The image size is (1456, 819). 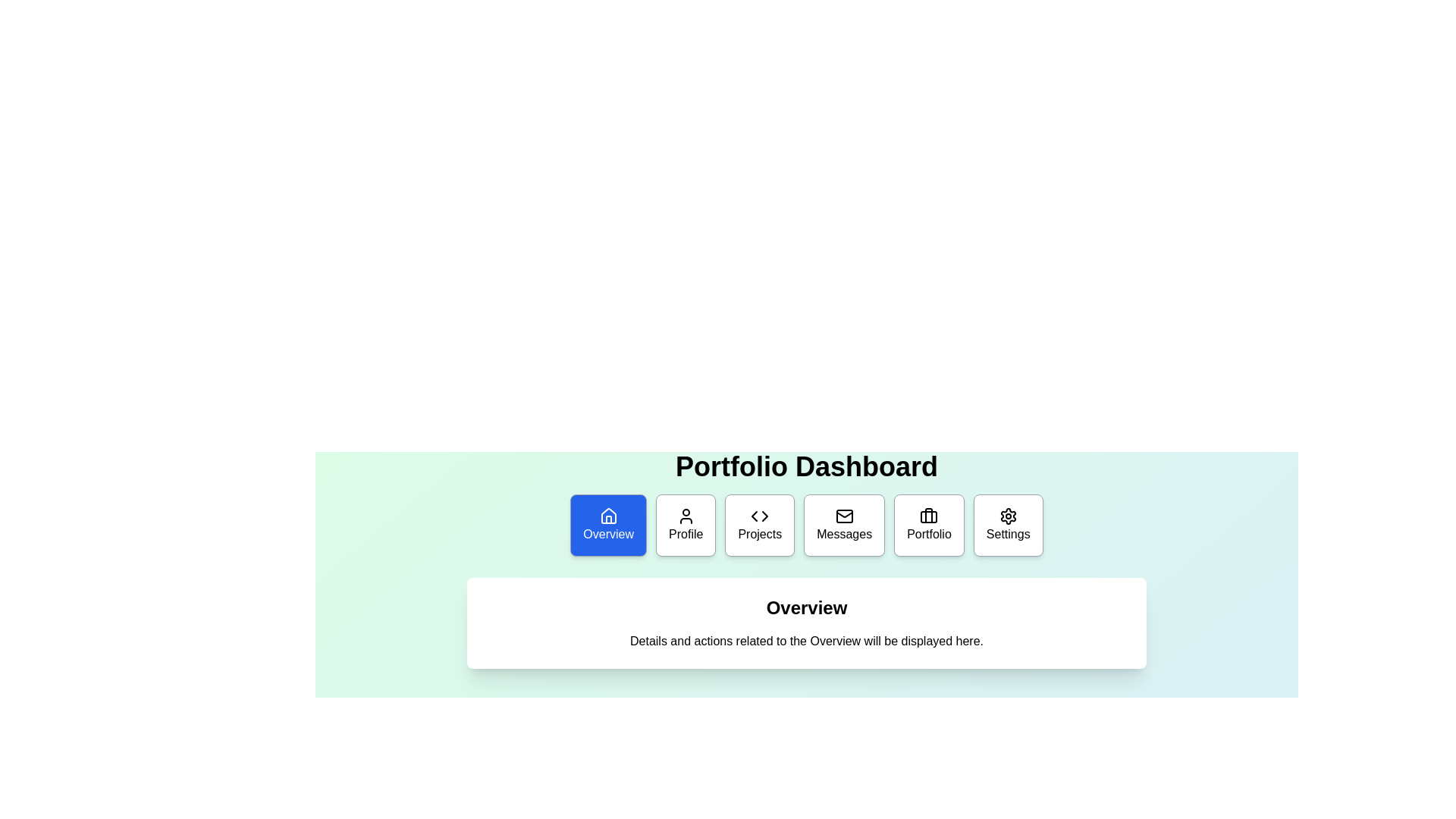 What do you see at coordinates (608, 515) in the screenshot?
I see `the 'Home' icon in the navigation bar at the bottom of the Portfolio Dashboard interface, which visually represents the Overview section` at bounding box center [608, 515].